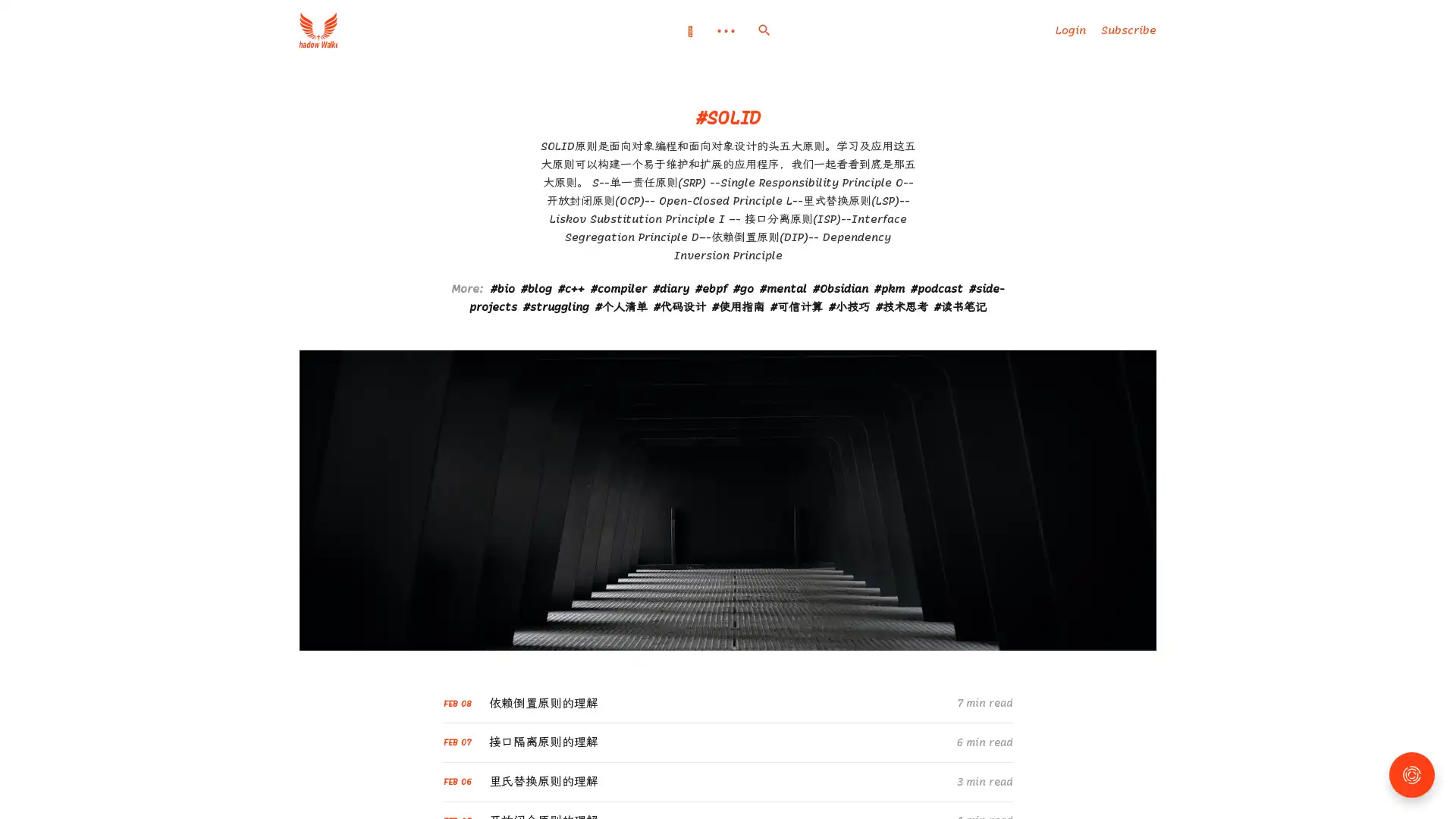 This screenshot has width=1456, height=819. Describe the element at coordinates (764, 30) in the screenshot. I see `Search` at that location.